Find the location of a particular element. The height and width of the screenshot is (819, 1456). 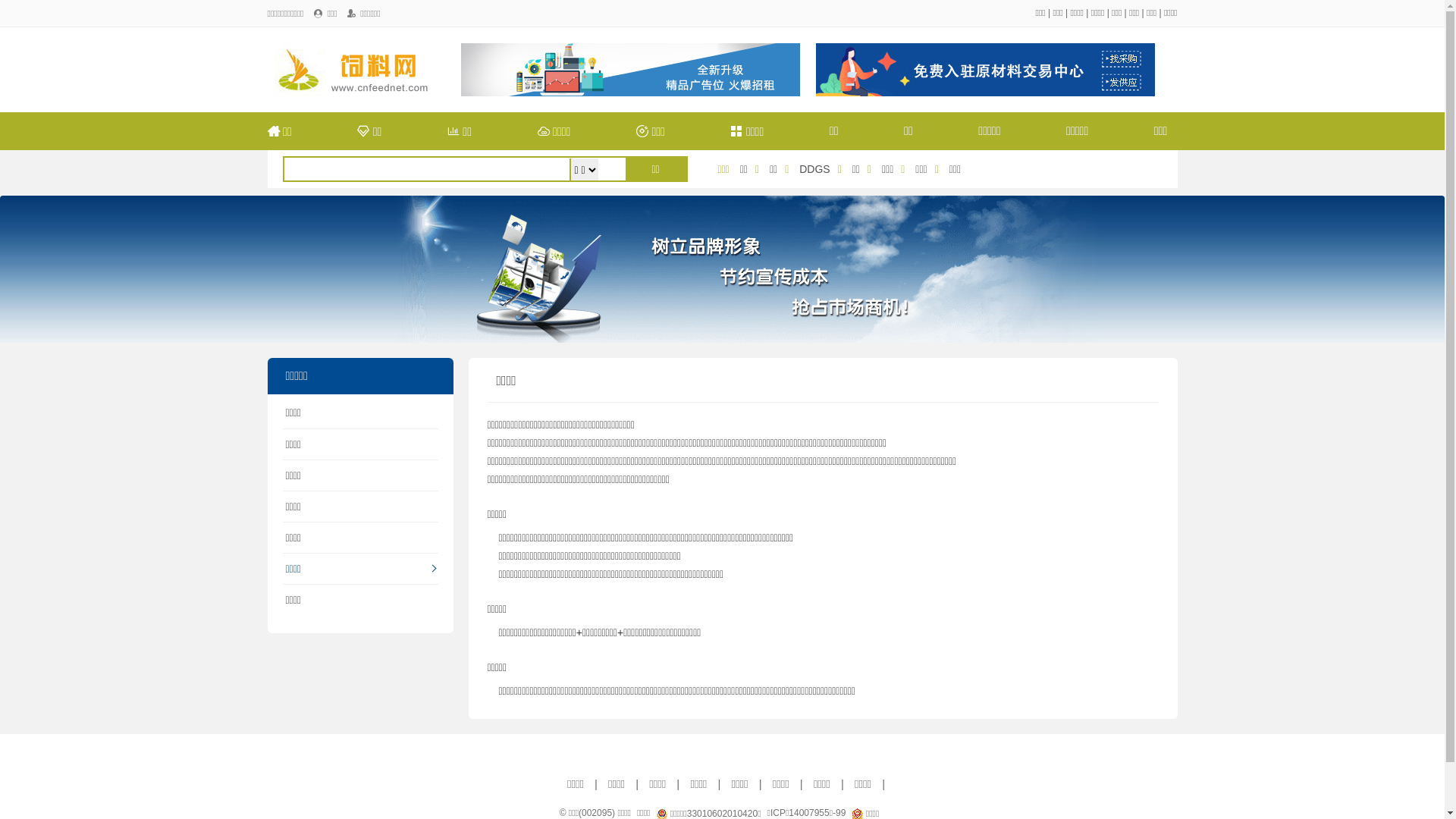

'DDGS' is located at coordinates (814, 169).